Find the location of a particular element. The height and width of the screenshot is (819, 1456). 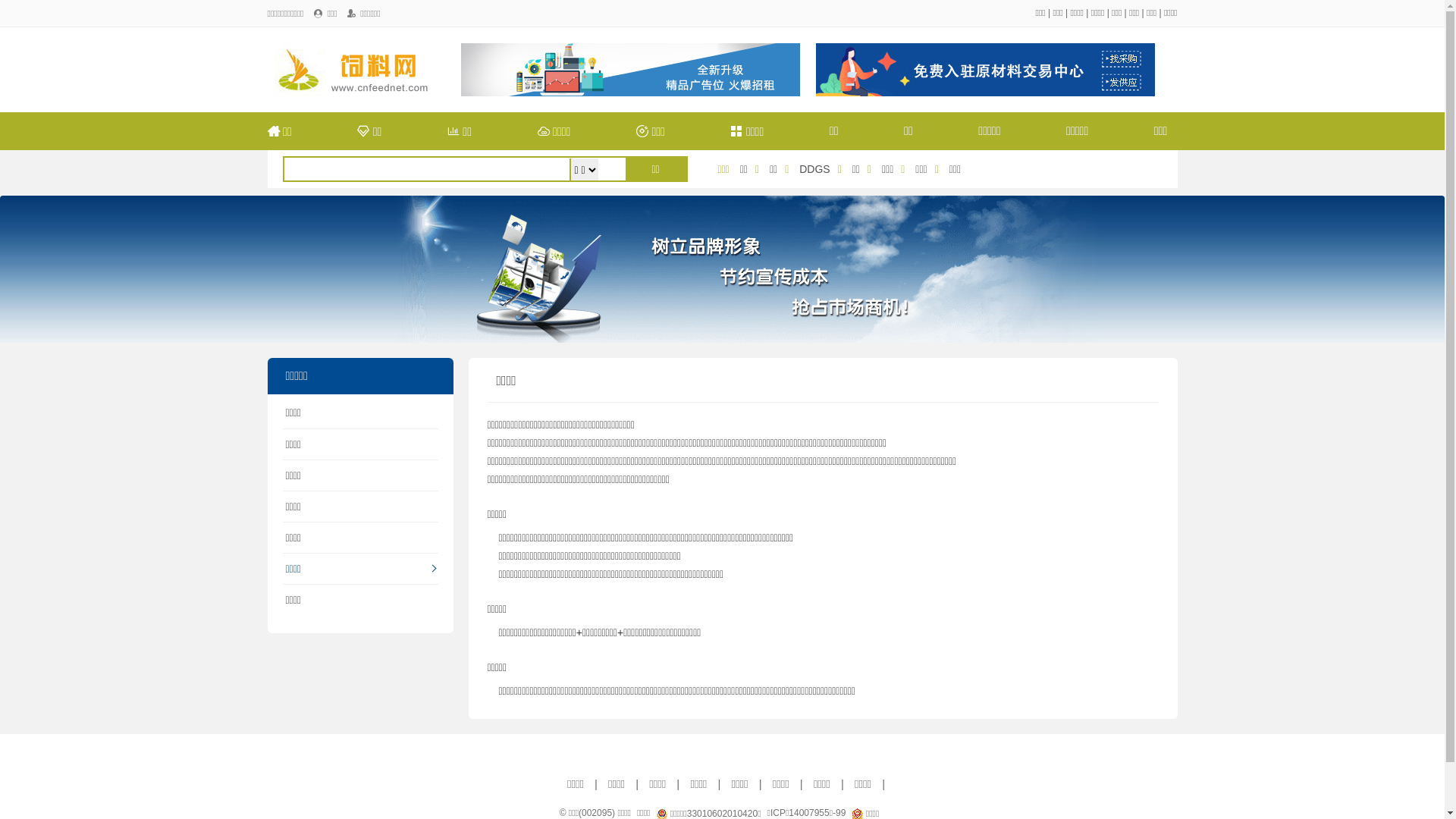

'DDGS' is located at coordinates (814, 169).